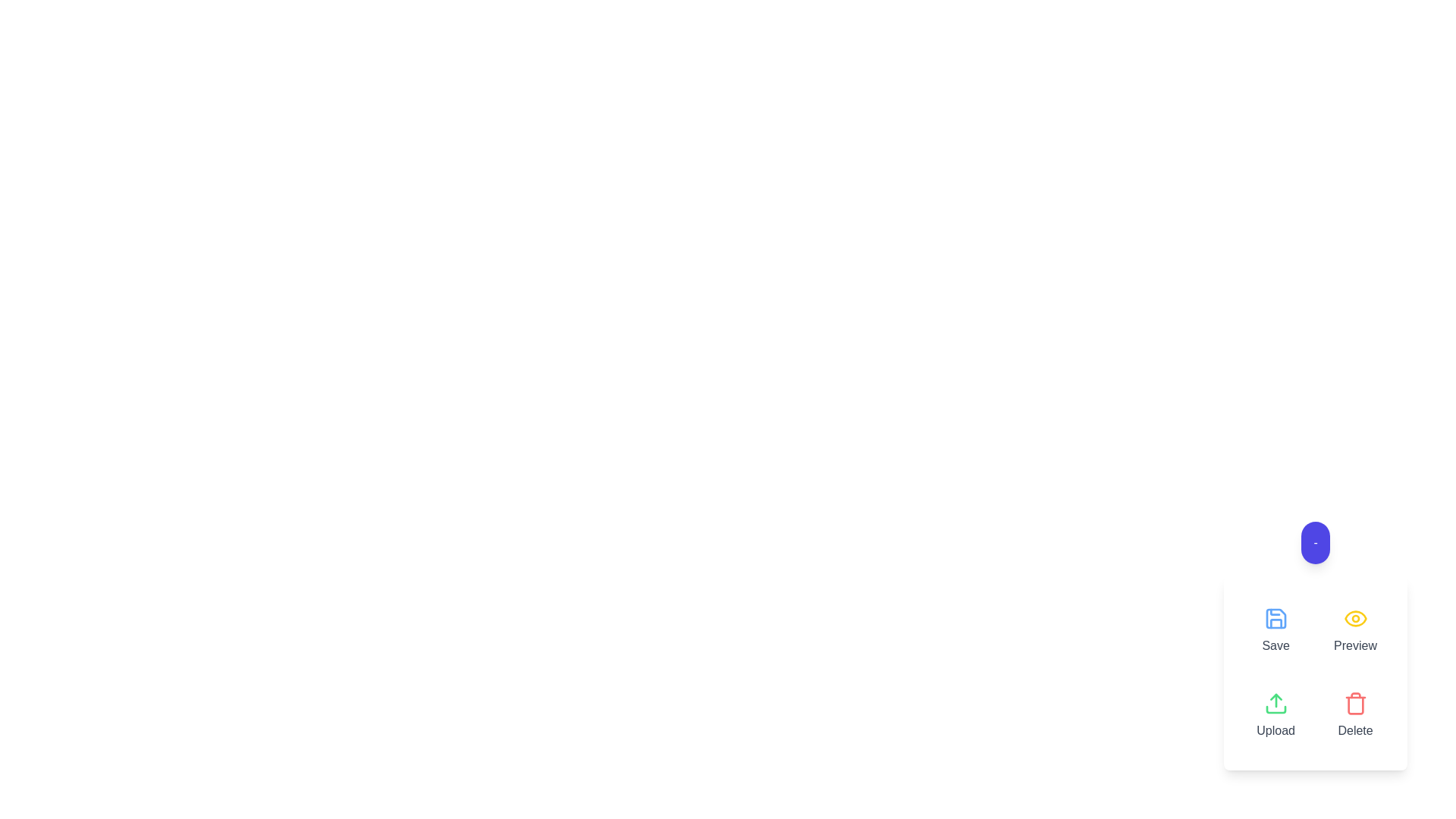 The height and width of the screenshot is (819, 1456). Describe the element at coordinates (1355, 631) in the screenshot. I see `the 'Preview' button to view a preview` at that location.